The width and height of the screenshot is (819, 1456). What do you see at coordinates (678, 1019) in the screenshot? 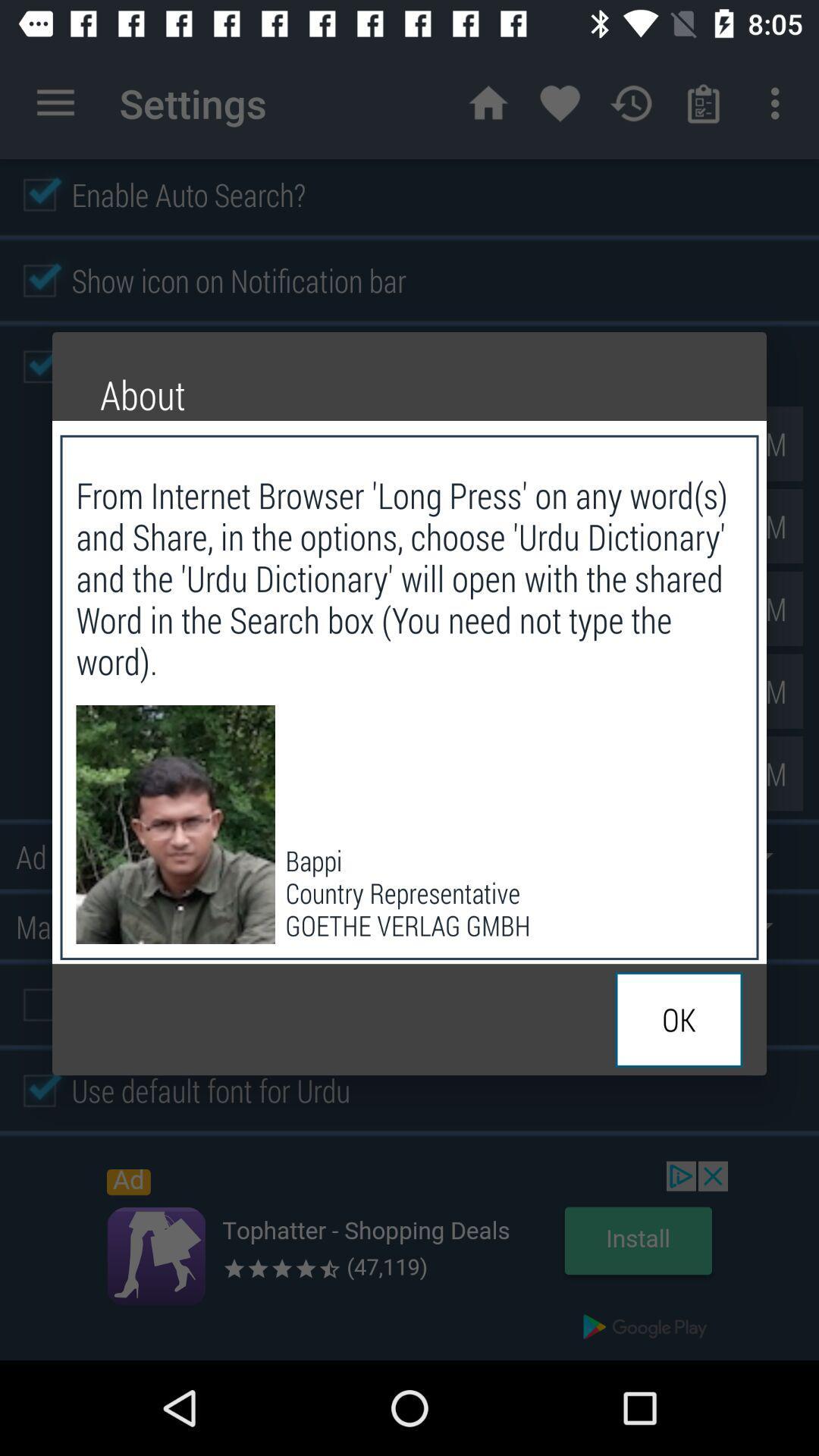
I see `item below the bappi country representative` at bounding box center [678, 1019].